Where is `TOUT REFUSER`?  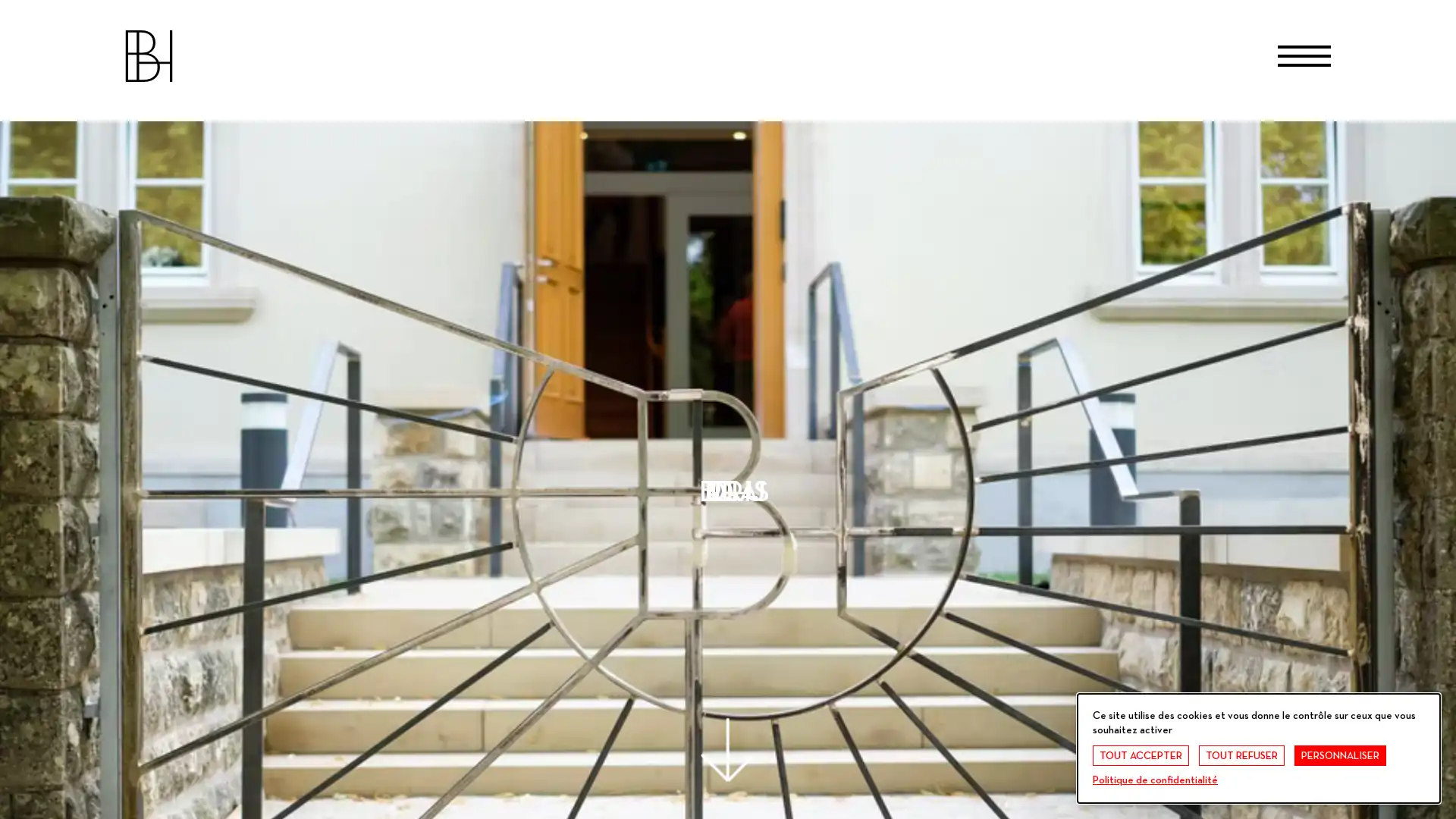
TOUT REFUSER is located at coordinates (1241, 755).